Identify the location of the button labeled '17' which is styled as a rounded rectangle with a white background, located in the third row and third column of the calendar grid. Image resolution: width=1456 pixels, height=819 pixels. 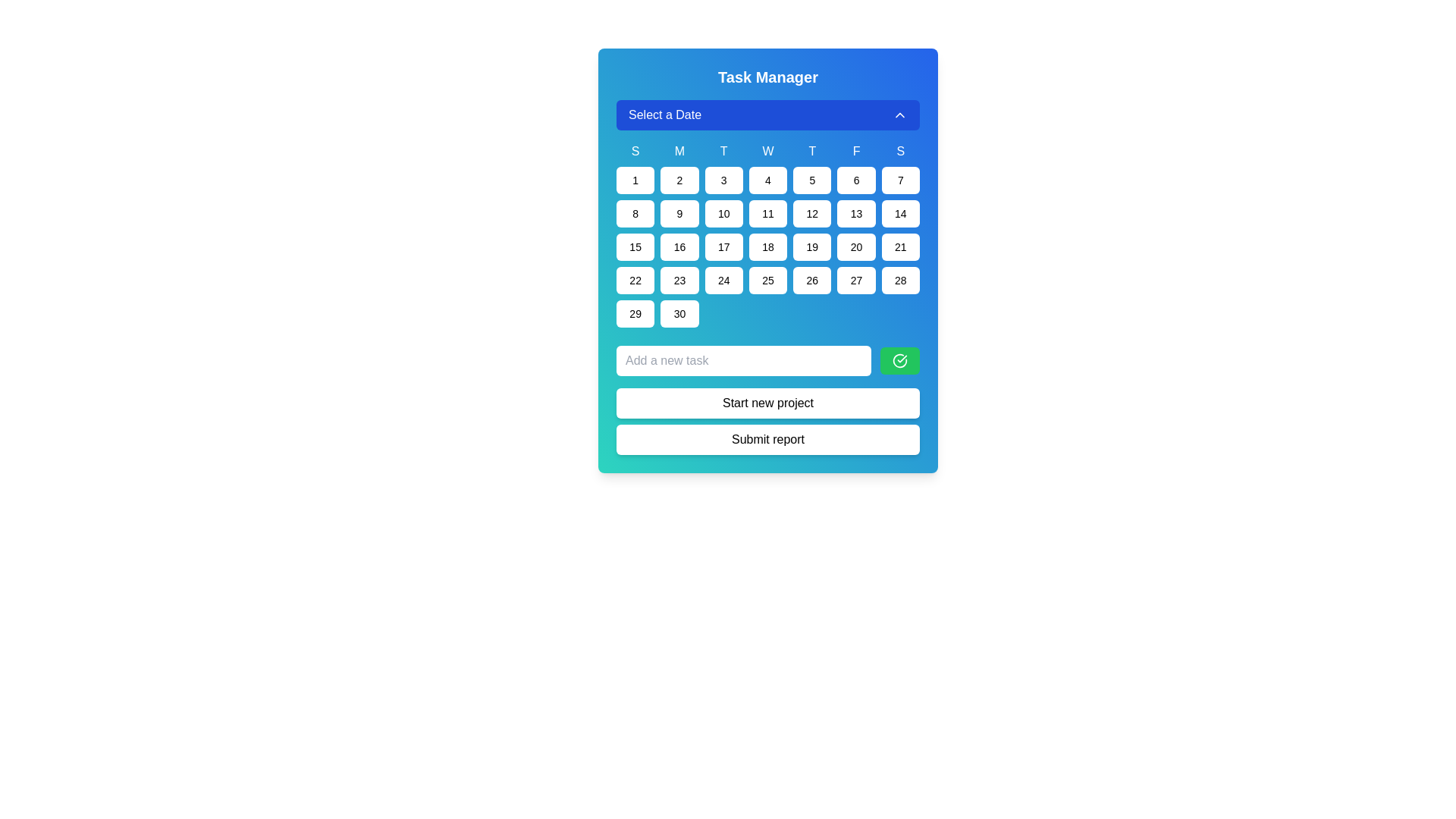
(723, 246).